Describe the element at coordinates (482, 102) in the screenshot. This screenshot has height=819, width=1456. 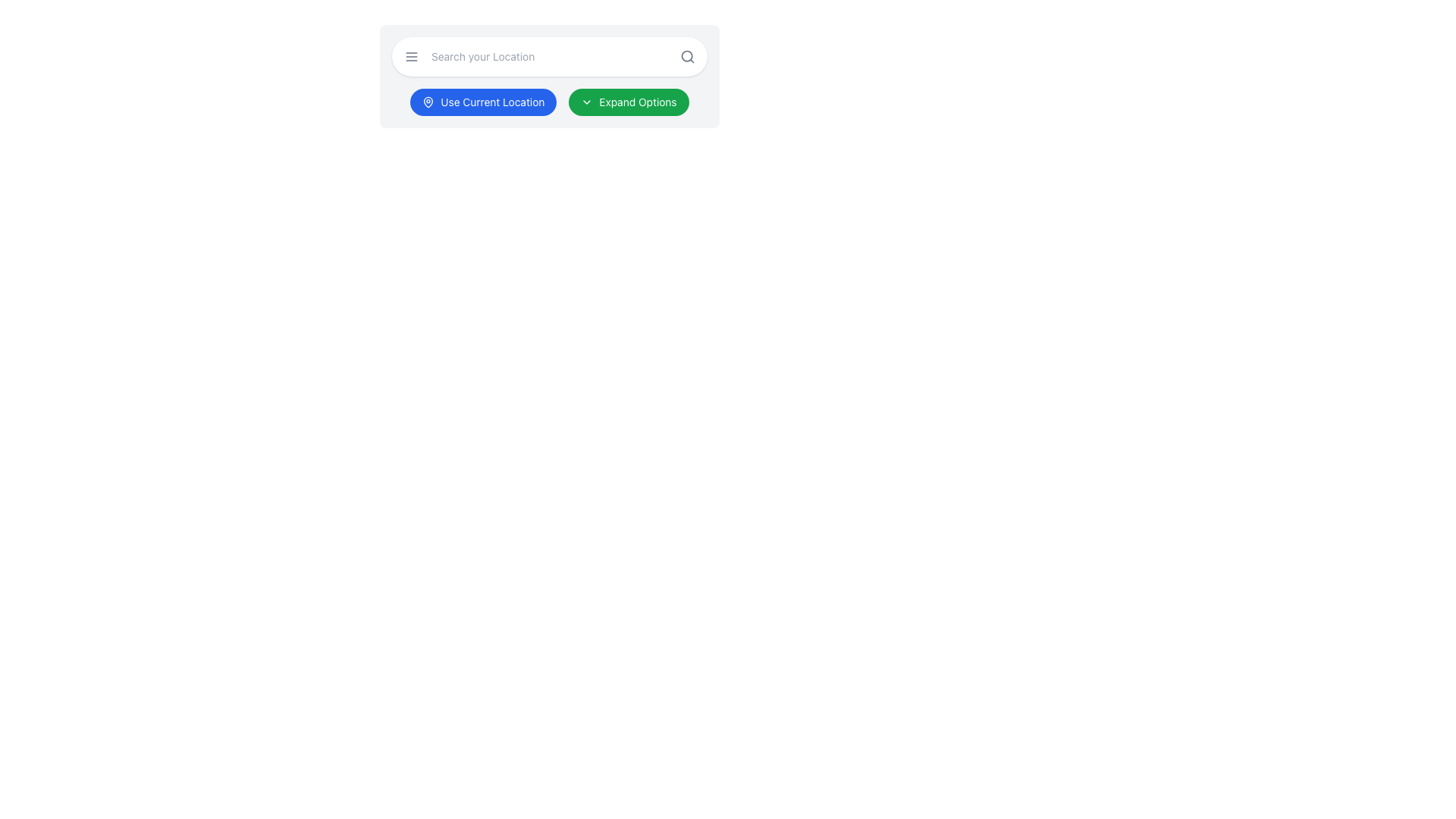
I see `the blue button labeled 'Use Current Location' with a location pin icon` at that location.